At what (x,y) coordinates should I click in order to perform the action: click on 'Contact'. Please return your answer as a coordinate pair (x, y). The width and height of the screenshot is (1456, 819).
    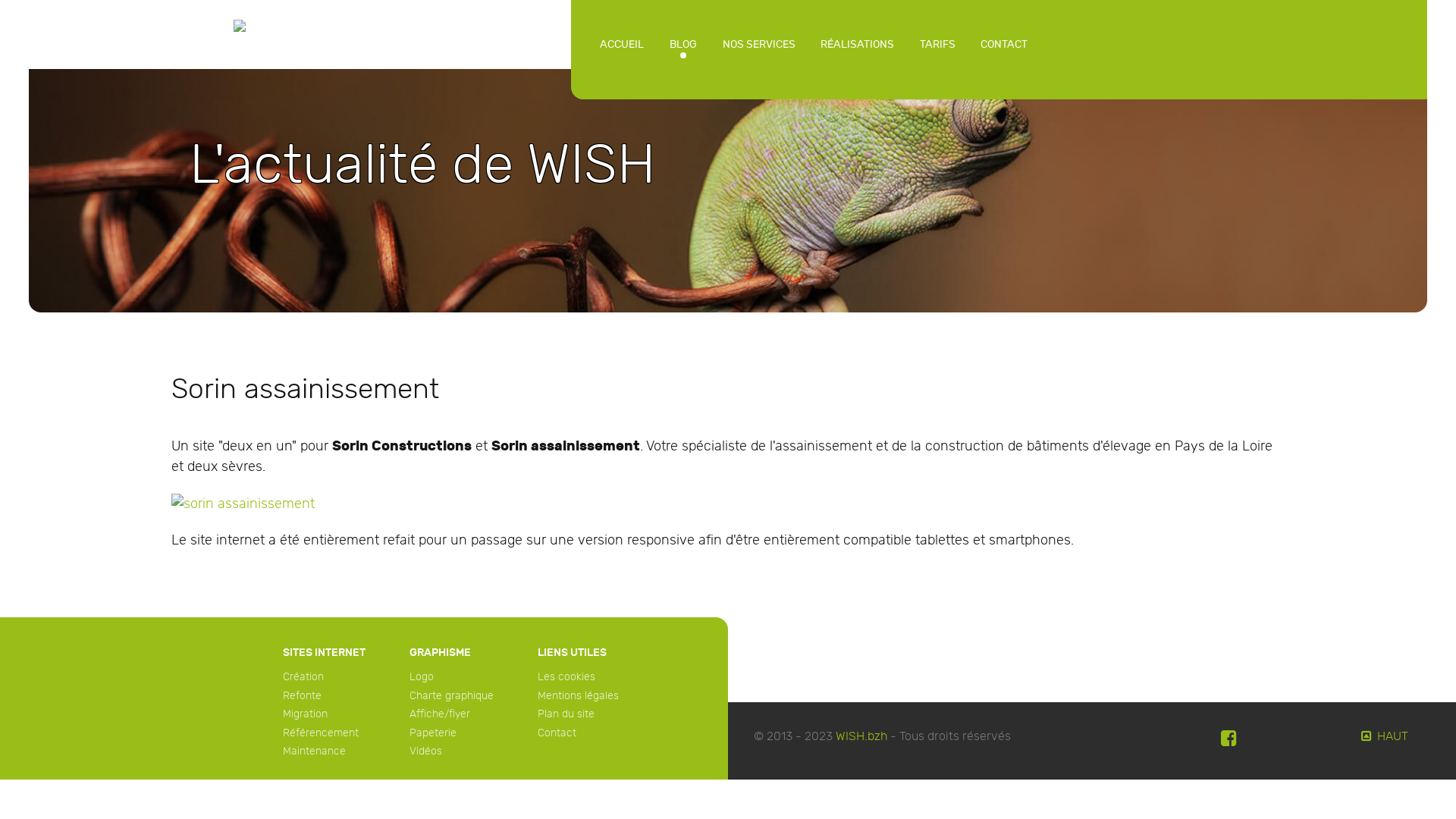
    Looking at the image, I should click on (556, 732).